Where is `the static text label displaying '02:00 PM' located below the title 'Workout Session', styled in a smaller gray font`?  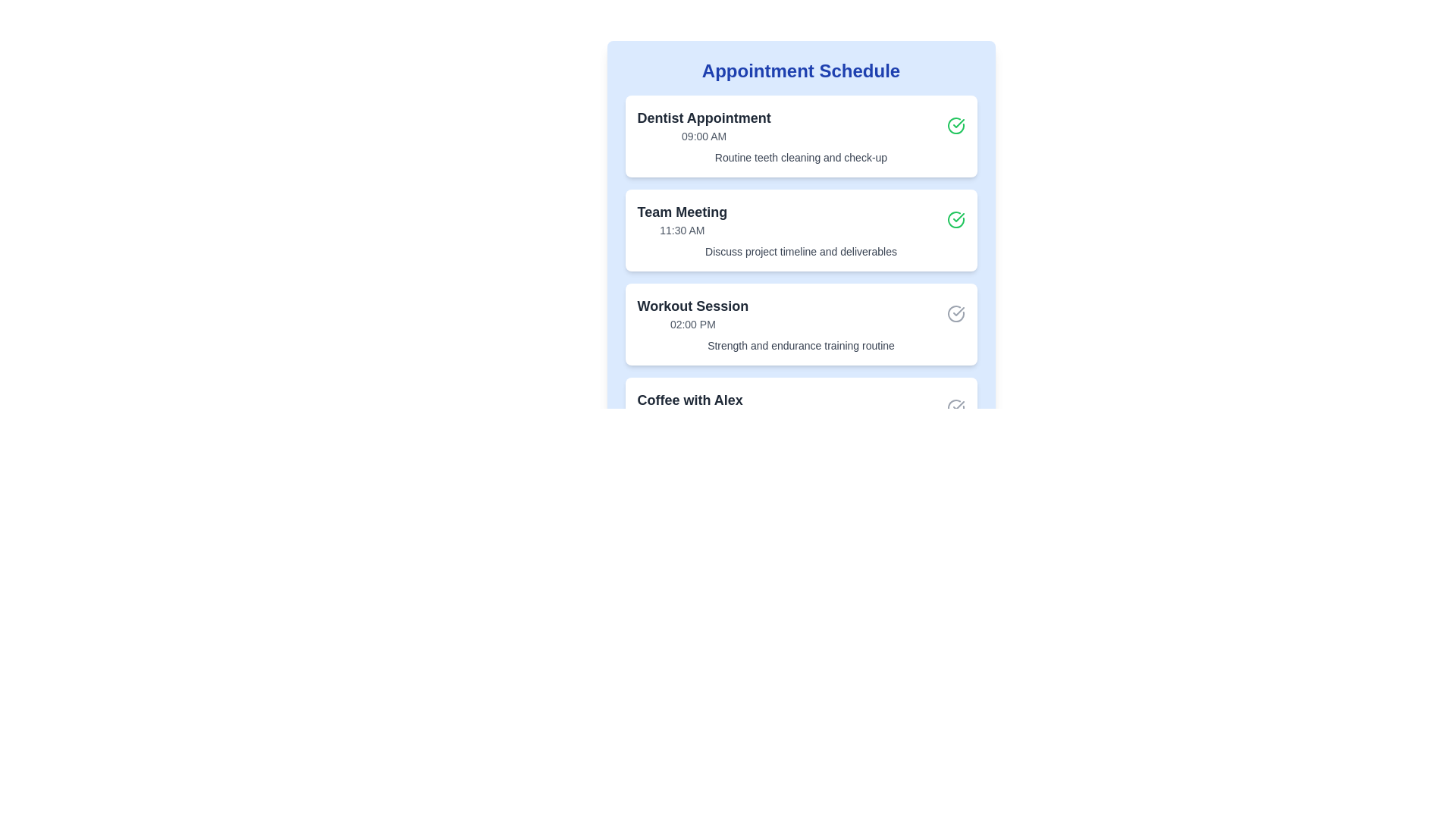
the static text label displaying '02:00 PM' located below the title 'Workout Session', styled in a smaller gray font is located at coordinates (692, 324).